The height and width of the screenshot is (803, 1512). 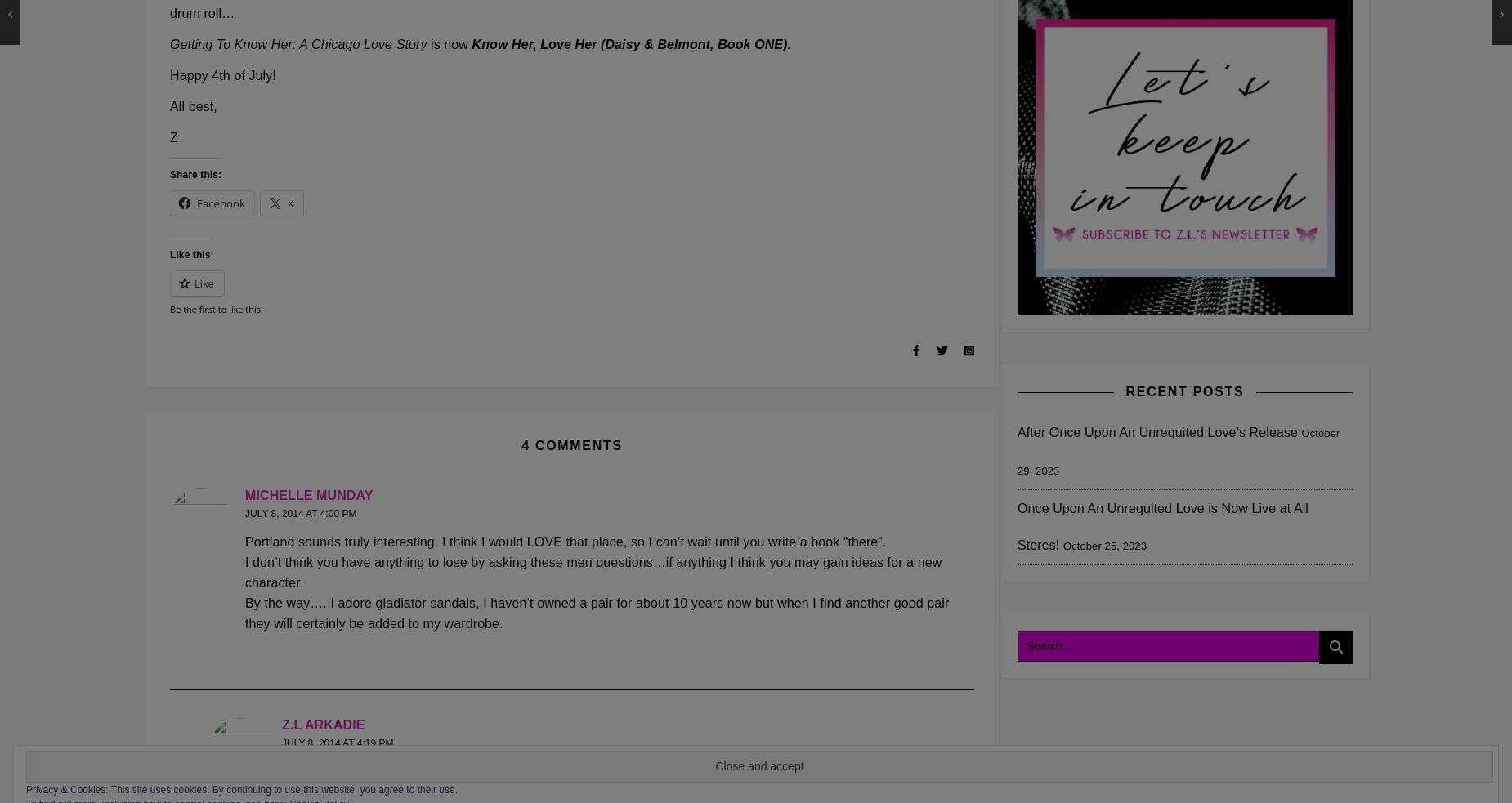 What do you see at coordinates (201, 12) in the screenshot?
I see `'drum roll…'` at bounding box center [201, 12].